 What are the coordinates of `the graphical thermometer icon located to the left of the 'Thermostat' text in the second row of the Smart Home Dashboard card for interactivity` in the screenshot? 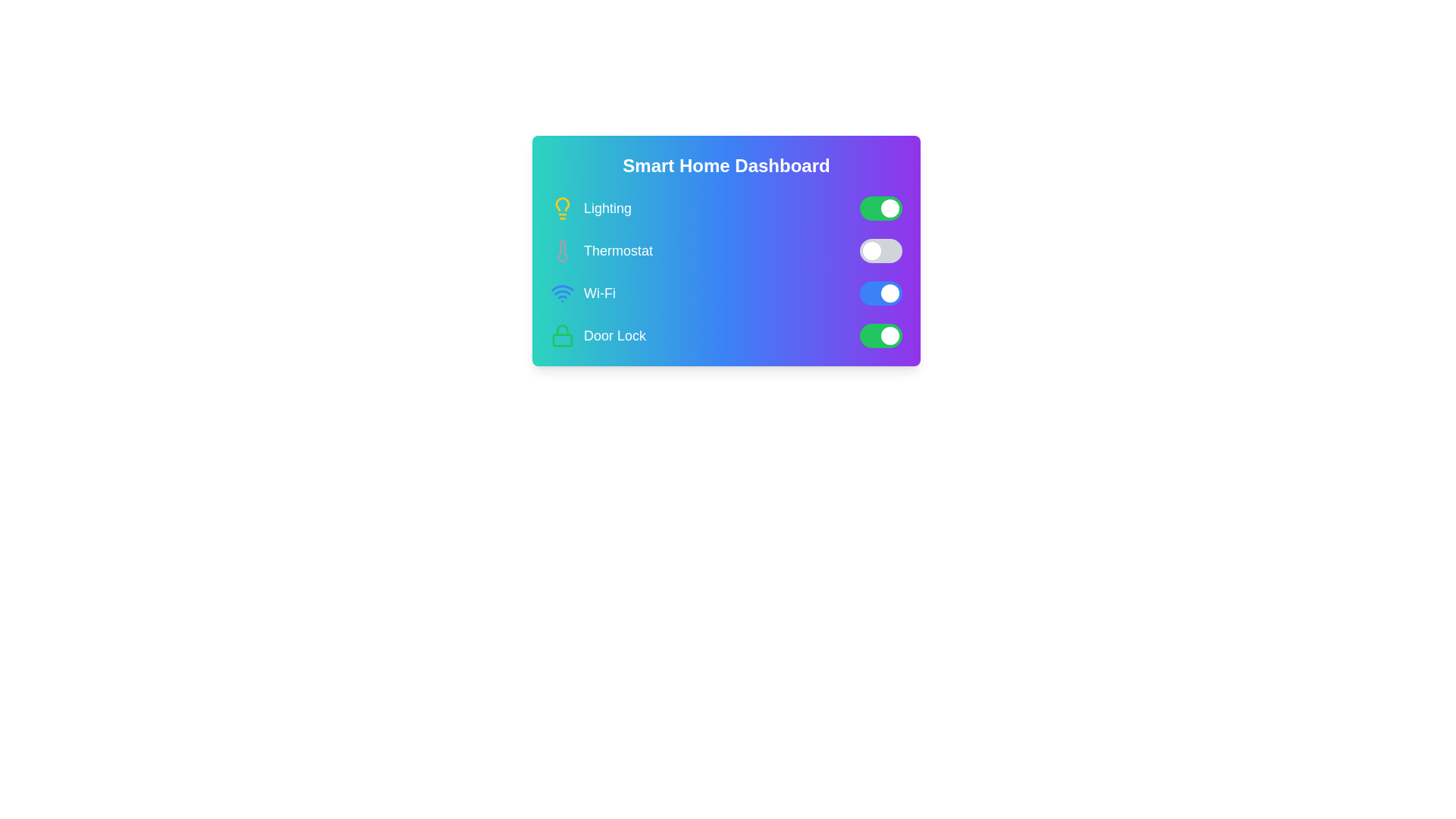 It's located at (562, 250).